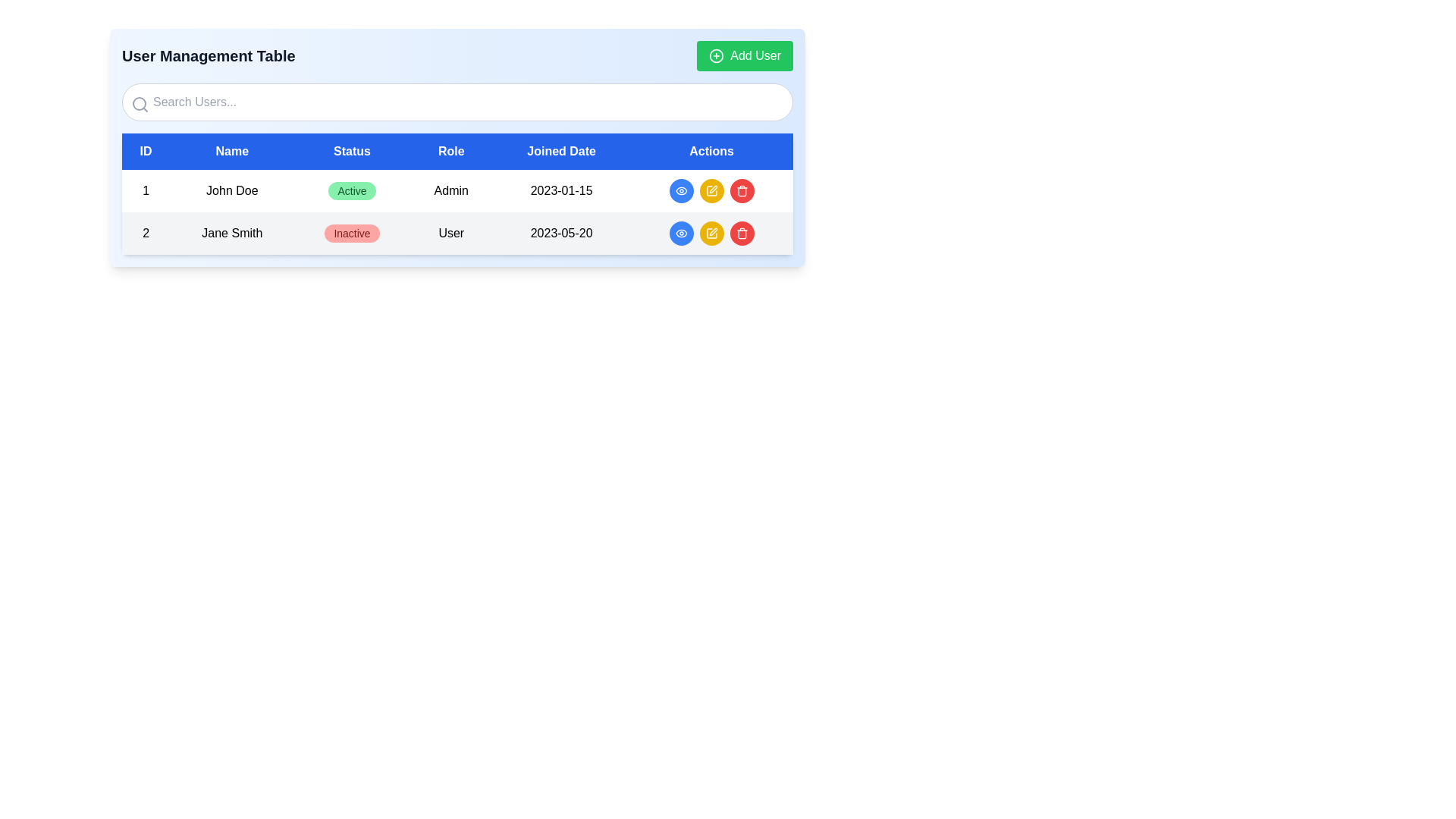 The width and height of the screenshot is (1456, 819). What do you see at coordinates (351, 190) in the screenshot?
I see `the 'Active' badge UI component in the Status column of the table to navigate through keyboard` at bounding box center [351, 190].